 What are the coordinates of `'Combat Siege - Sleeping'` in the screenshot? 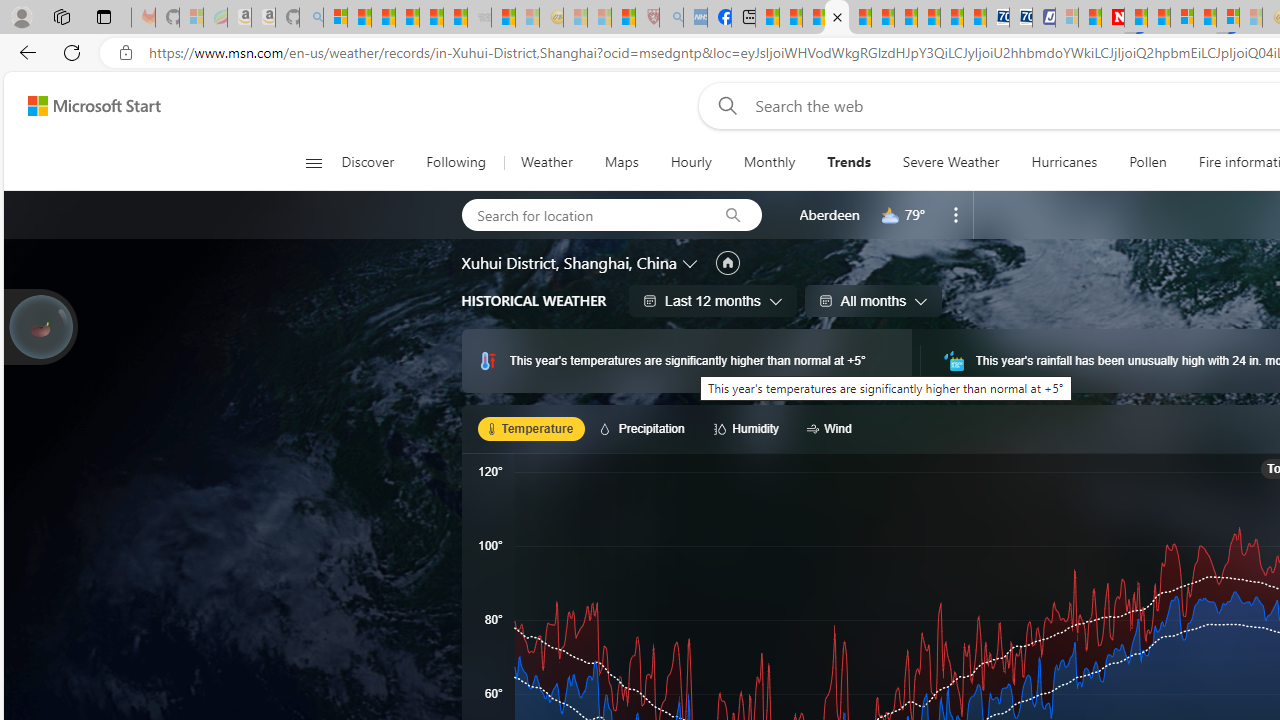 It's located at (480, 17).